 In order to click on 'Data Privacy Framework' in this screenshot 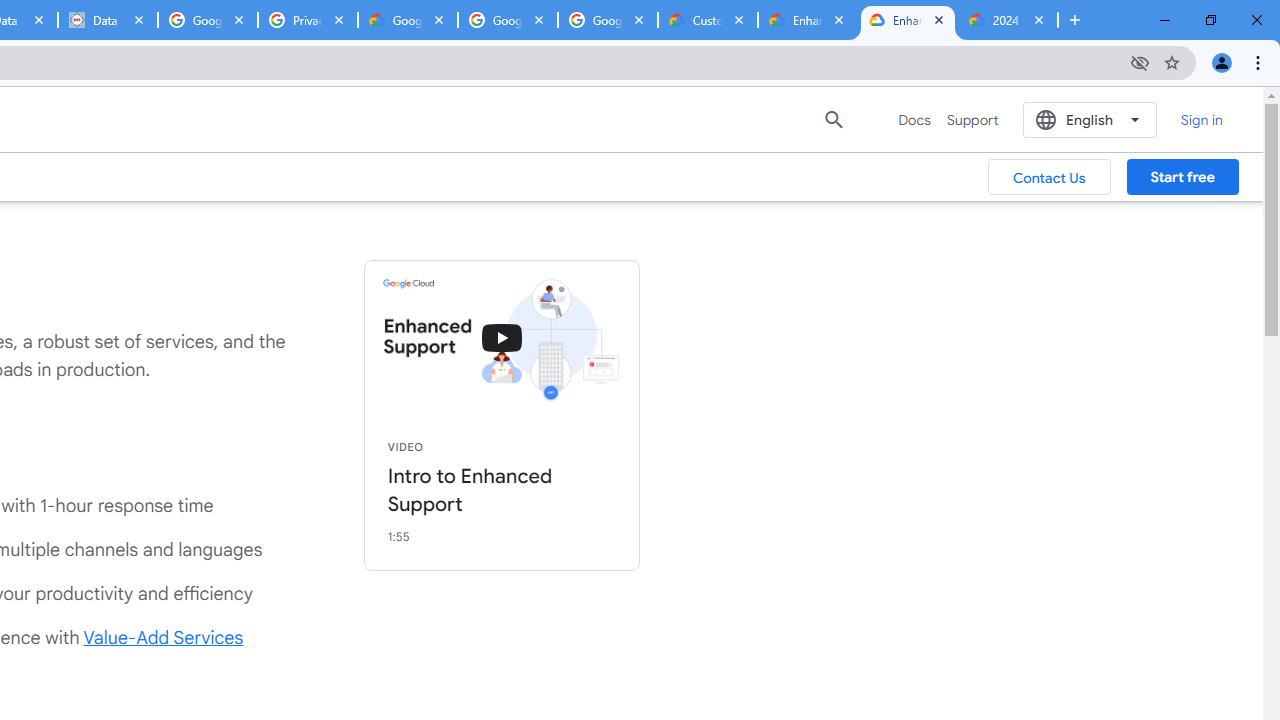, I will do `click(106, 20)`.